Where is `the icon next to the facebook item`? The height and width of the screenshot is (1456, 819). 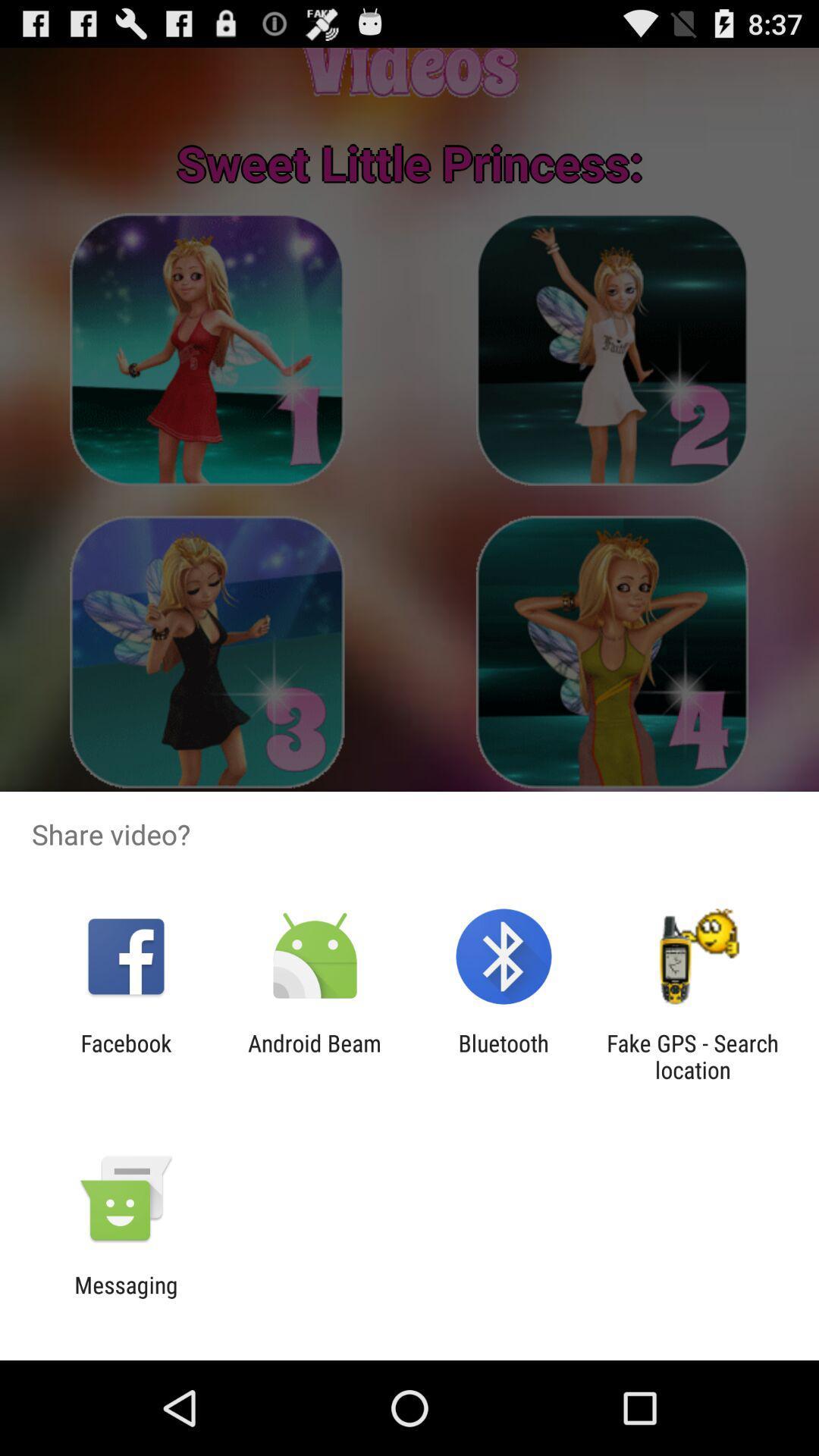 the icon next to the facebook item is located at coordinates (314, 1056).